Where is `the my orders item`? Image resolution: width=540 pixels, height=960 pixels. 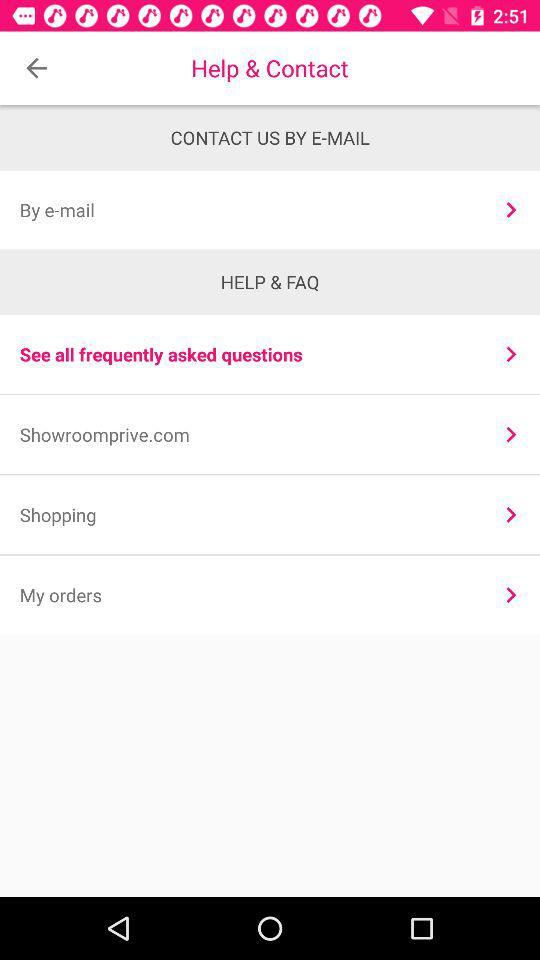
the my orders item is located at coordinates (247, 595).